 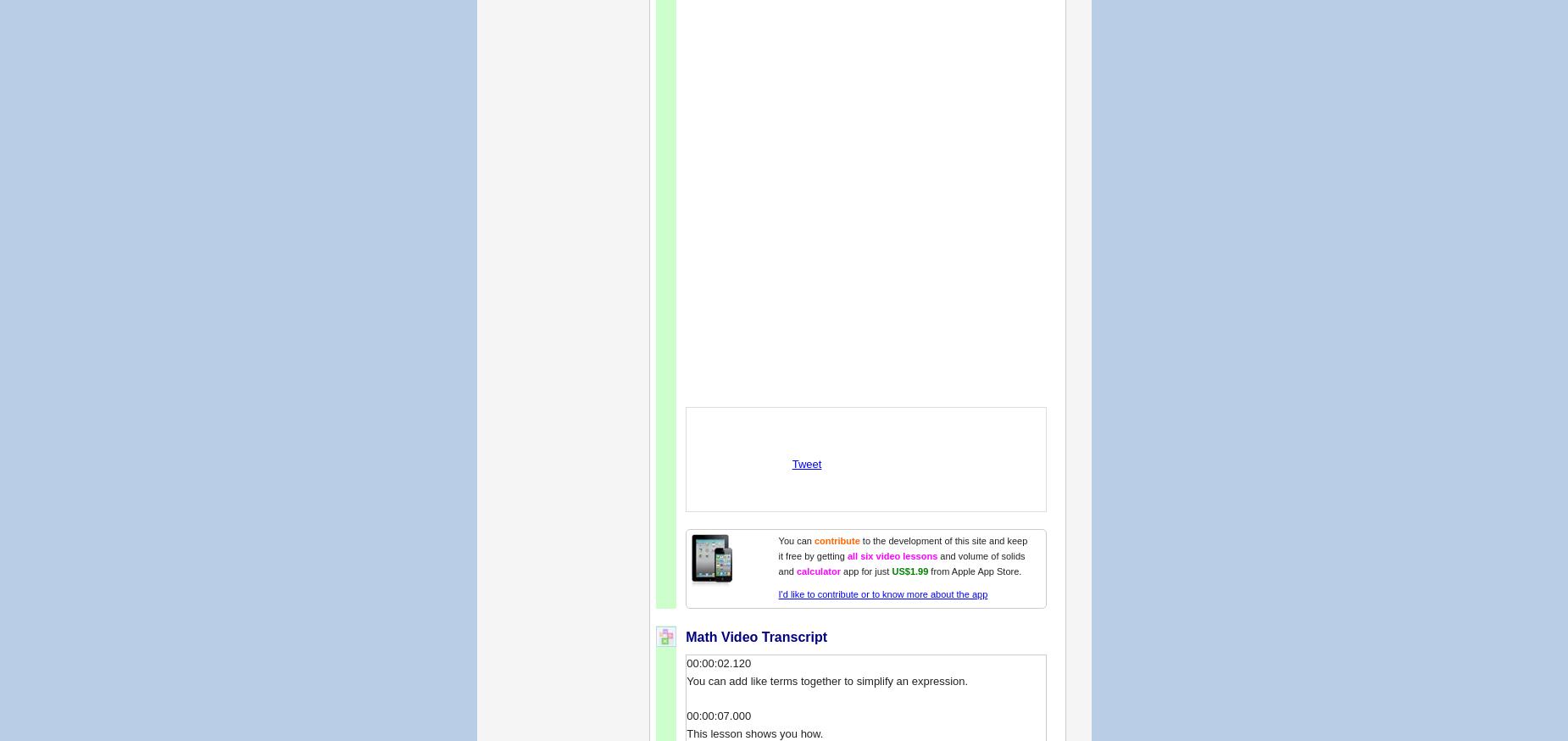 What do you see at coordinates (777, 548) in the screenshot?
I see `'to the development of this site and keep it free by getting'` at bounding box center [777, 548].